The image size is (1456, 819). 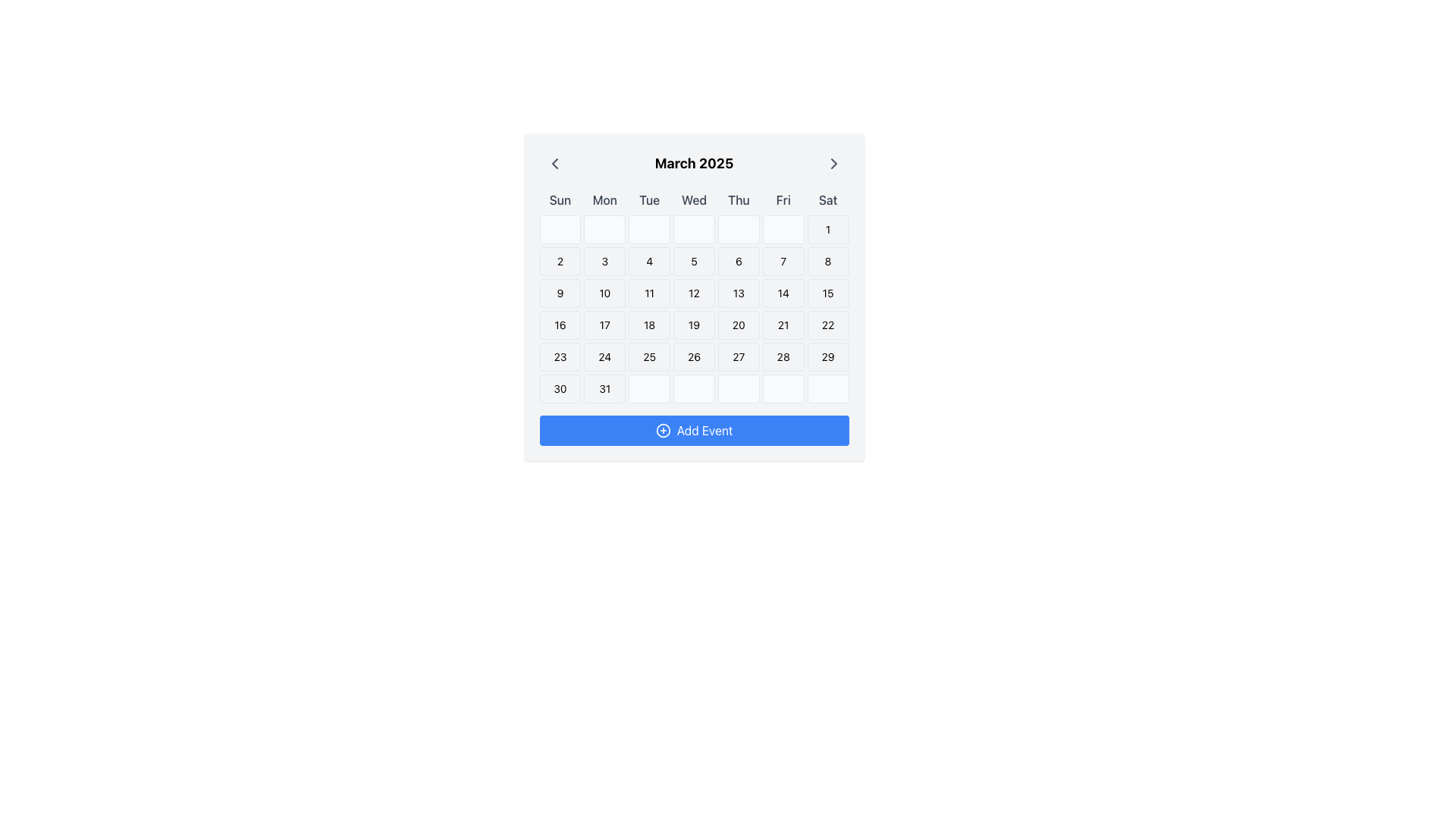 I want to click on the grid cell located in the first row and sixth column of the calendar grid, so click(x=783, y=230).